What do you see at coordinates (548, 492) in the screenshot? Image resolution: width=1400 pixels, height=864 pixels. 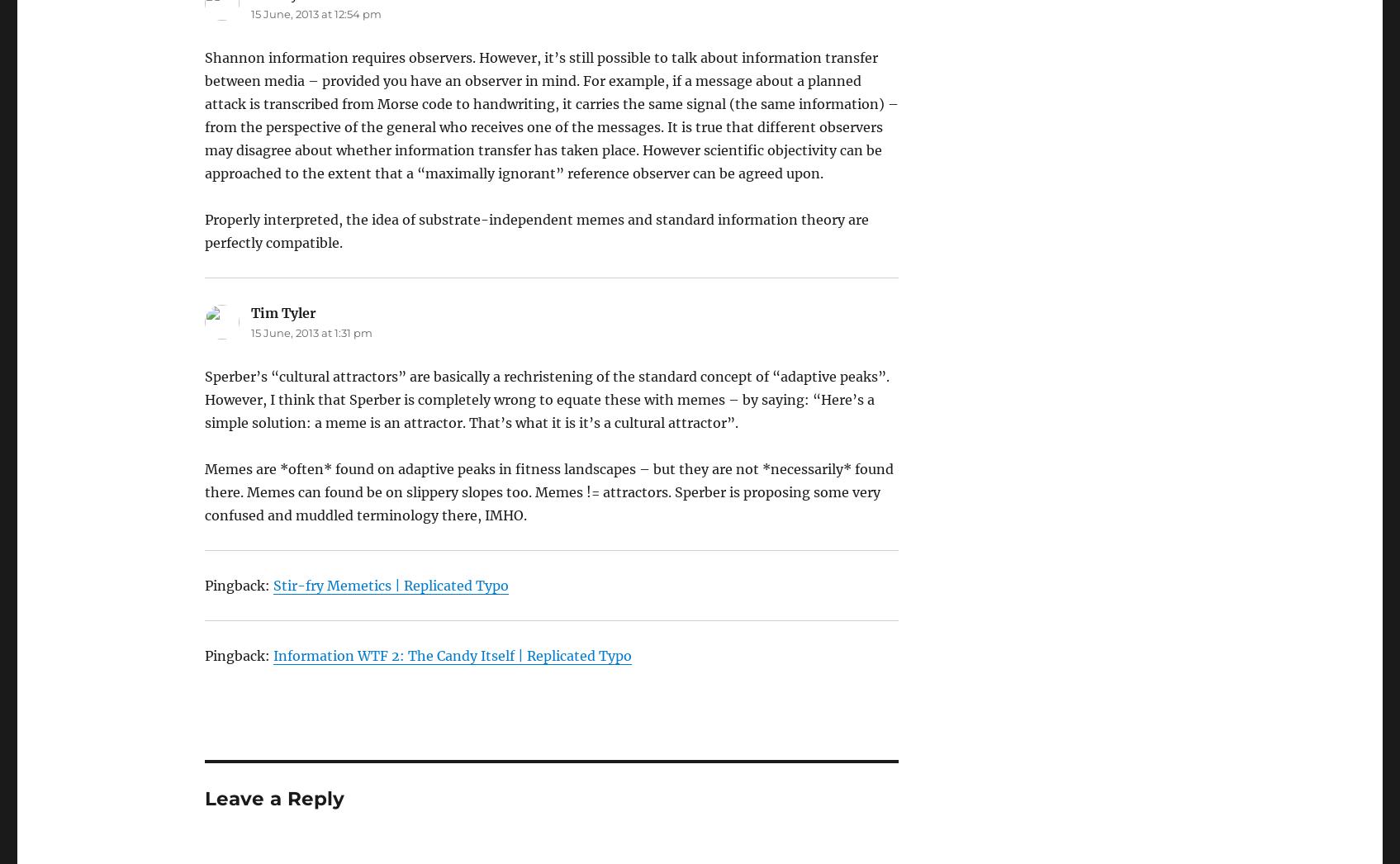 I see `'Memes are *often* found on adaptive peaks in fitness landscapes – but they are not *necessarily* found there.  Memes can found be on slippery slopes too.  Memes != attractors. Sperber is proposing some very confused and muddled terminology there, IMHO.'` at bounding box center [548, 492].